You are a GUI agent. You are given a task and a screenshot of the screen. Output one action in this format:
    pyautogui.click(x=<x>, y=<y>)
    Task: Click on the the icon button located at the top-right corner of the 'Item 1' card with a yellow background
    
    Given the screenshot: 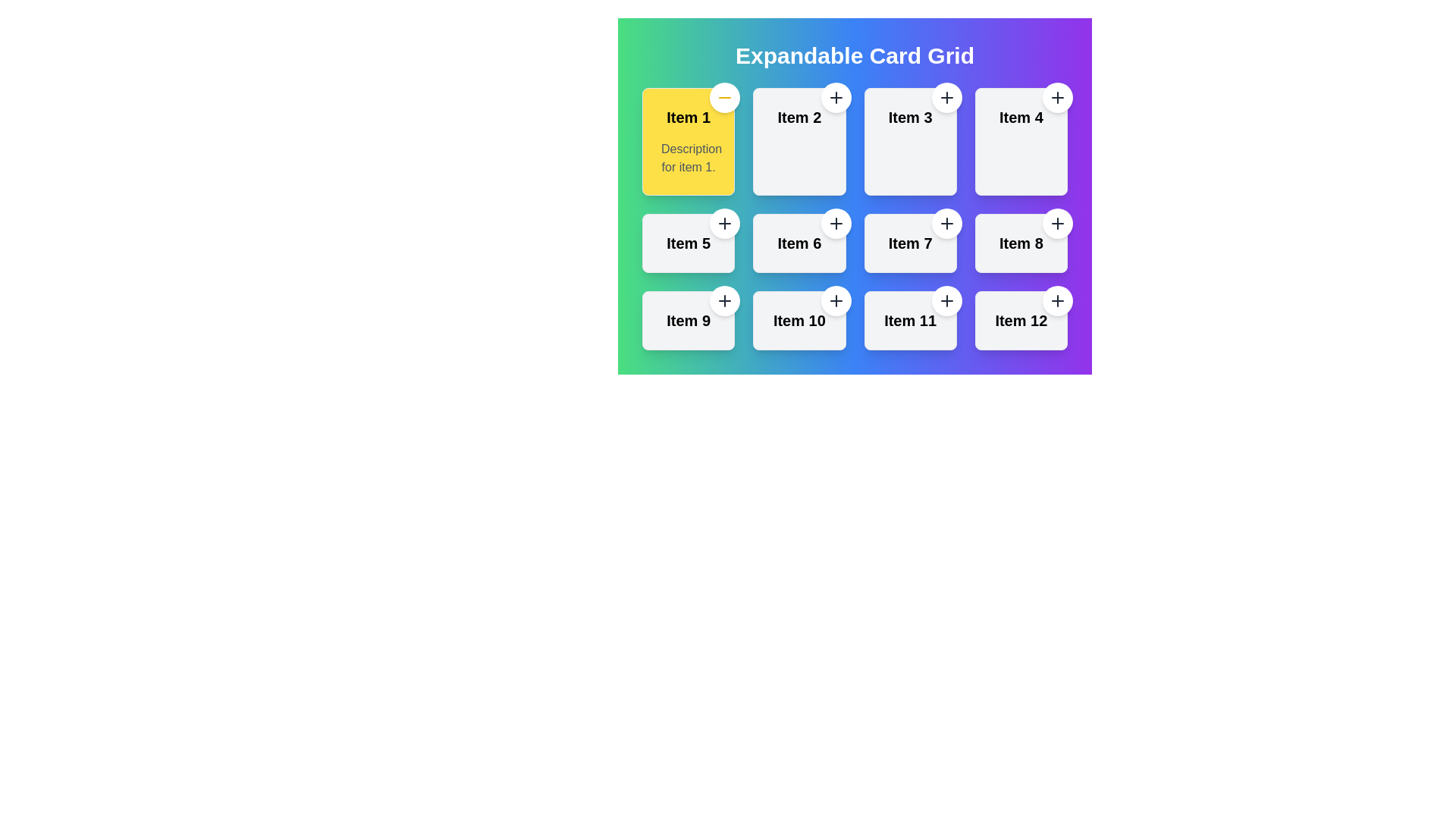 What is the action you would take?
    pyautogui.click(x=724, y=97)
    